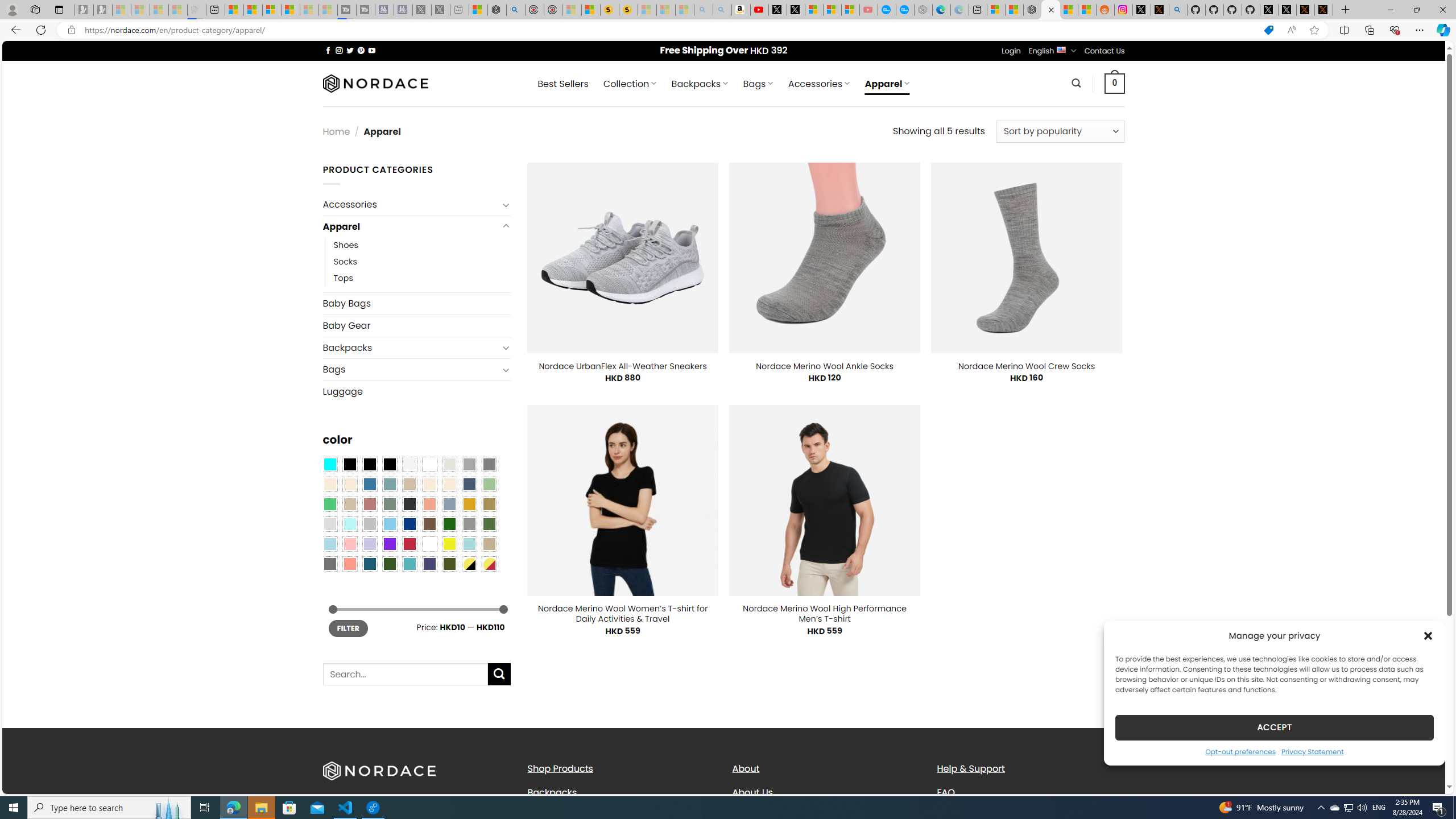 This screenshot has height=819, width=1456. What do you see at coordinates (329, 464) in the screenshot?
I see `'Aqua Blue'` at bounding box center [329, 464].